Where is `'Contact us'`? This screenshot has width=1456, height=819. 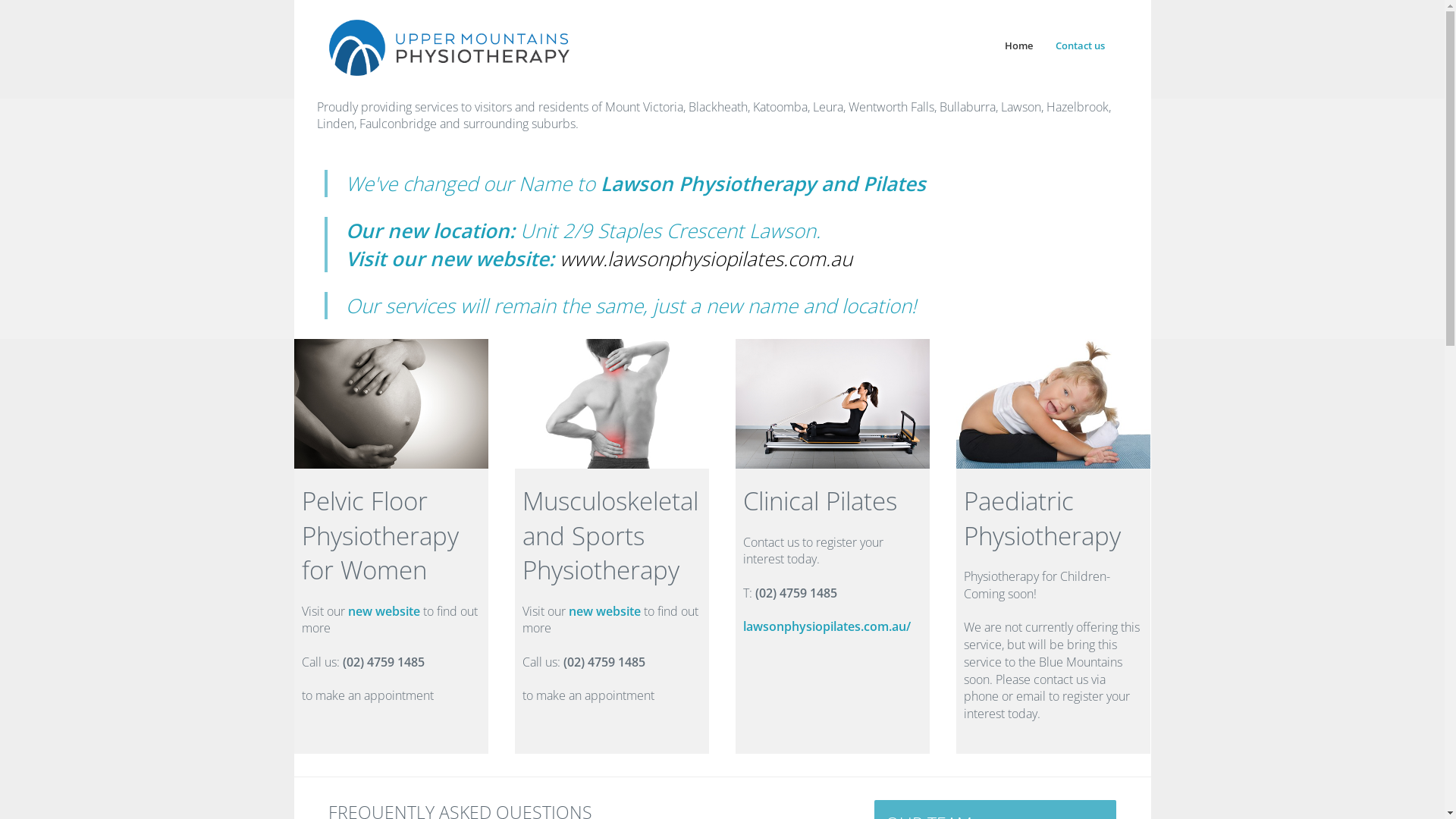 'Contact us' is located at coordinates (1079, 45).